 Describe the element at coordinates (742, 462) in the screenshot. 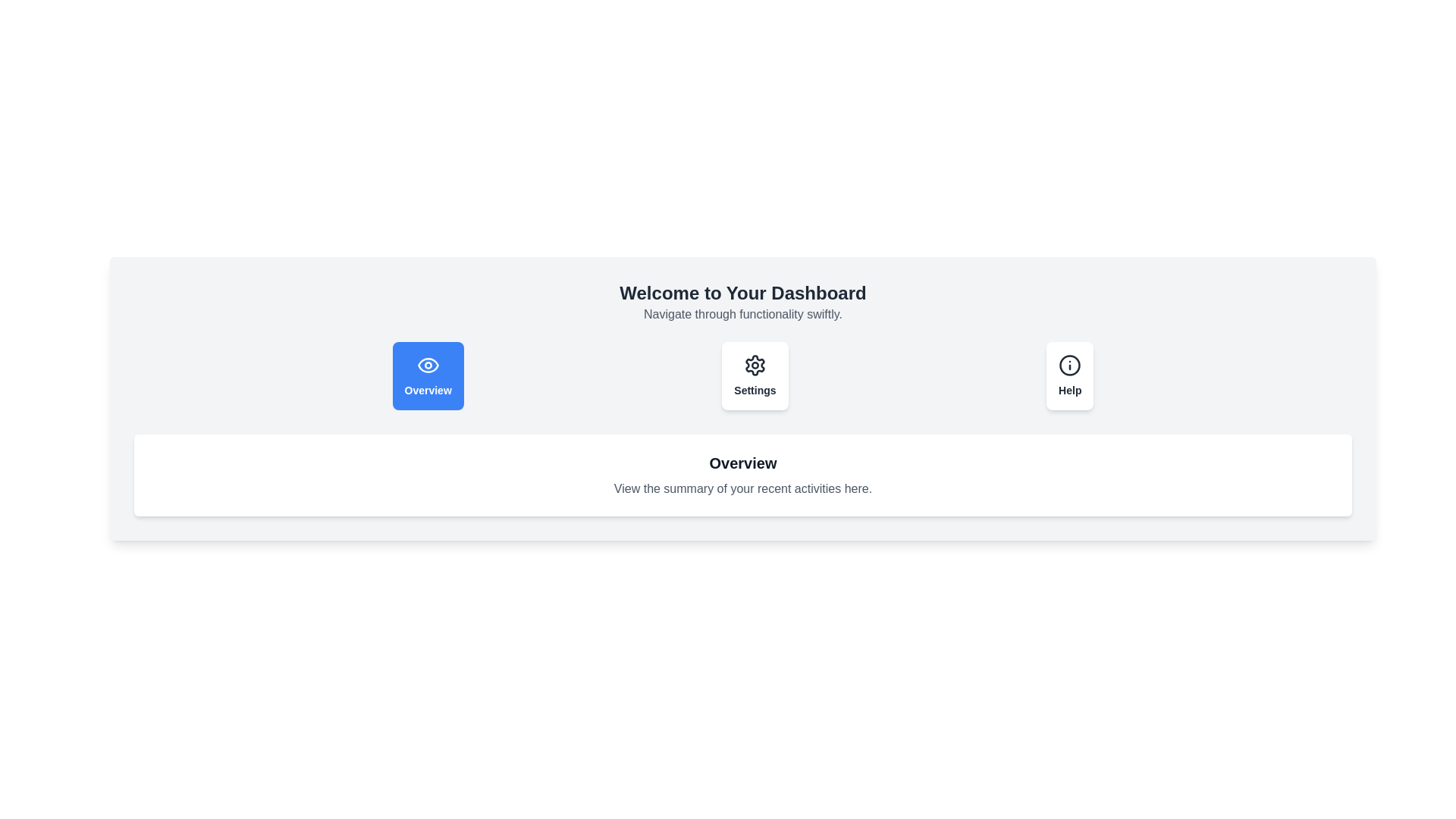

I see `the Text Label element that serves as a title or header for the section, located at the top of a white rectangular card in the center of the layout` at that location.